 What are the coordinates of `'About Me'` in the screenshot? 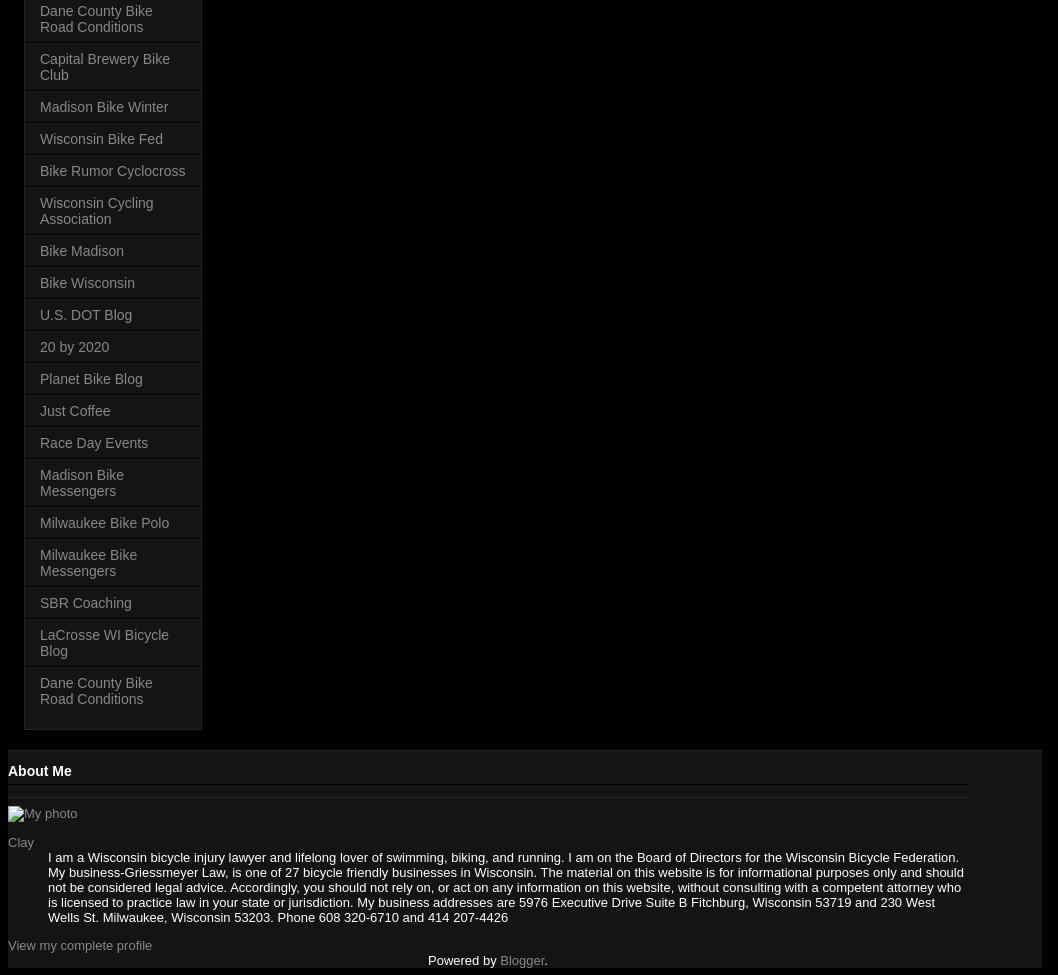 It's located at (39, 768).